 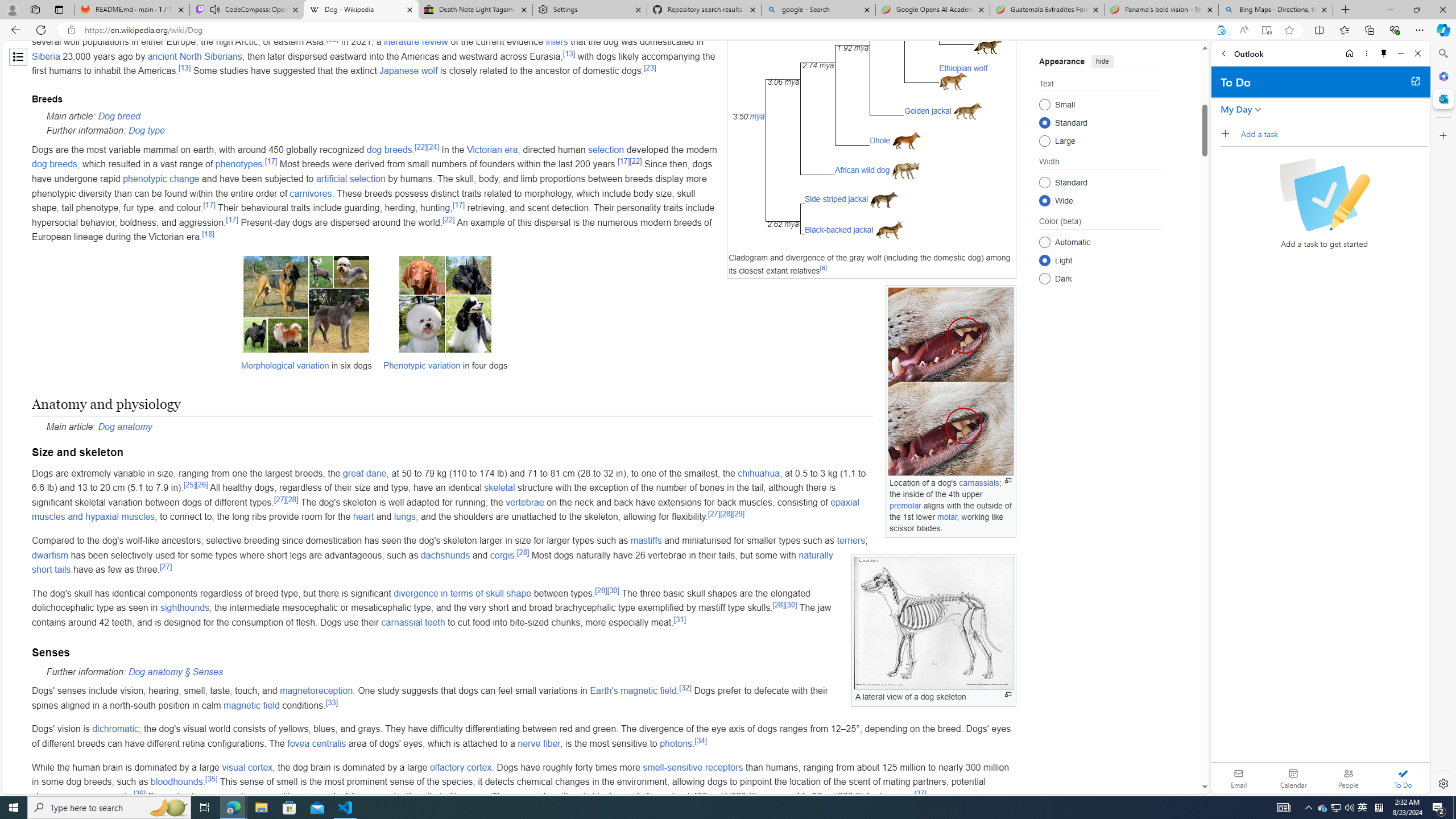 I want to click on 'Large', so click(x=1044, y=140).